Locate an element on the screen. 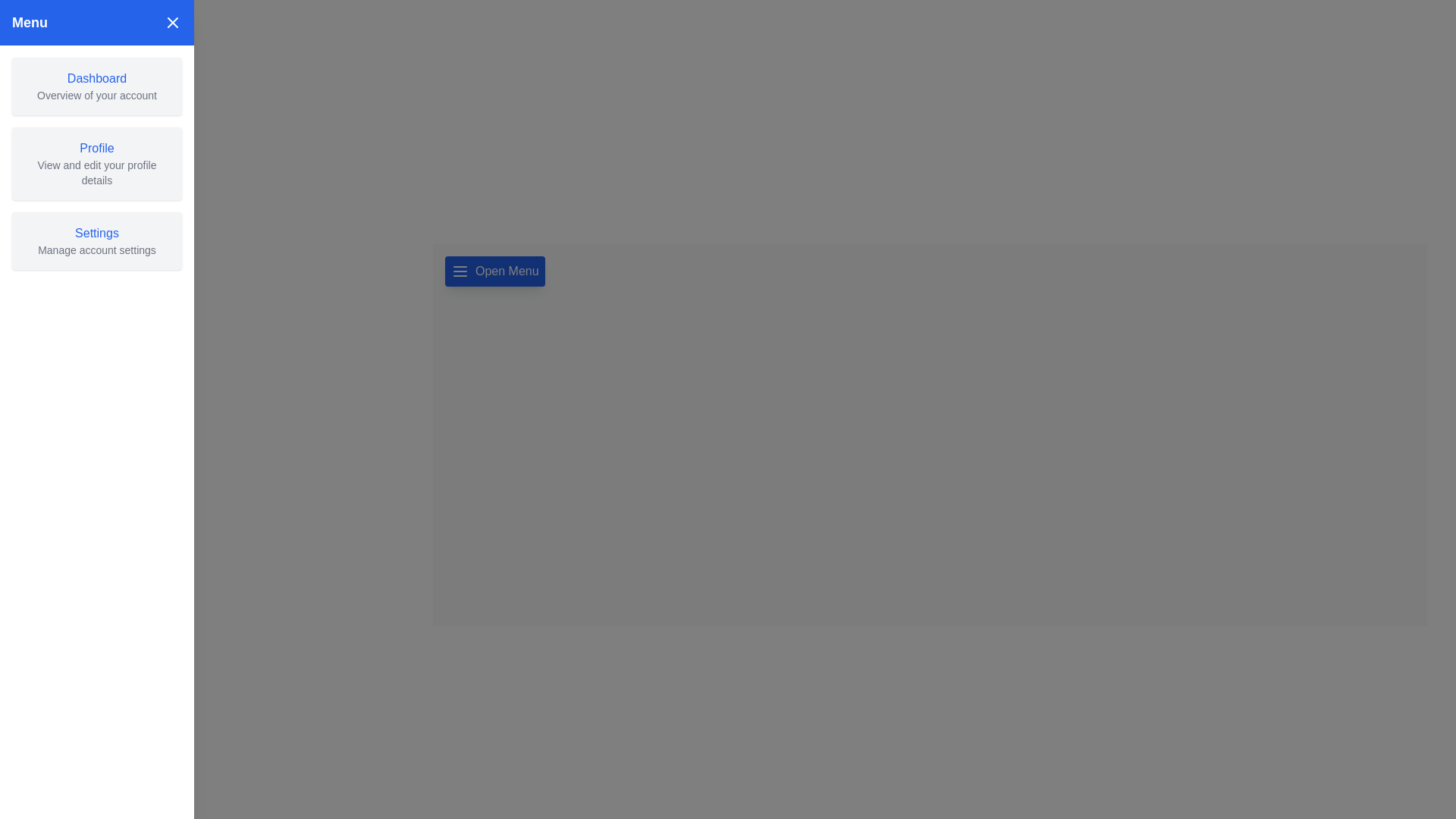 This screenshot has width=1456, height=819. text label displaying 'View and edit your profile details' located under the 'Profile' heading in the left-hand side menu is located at coordinates (96, 171).